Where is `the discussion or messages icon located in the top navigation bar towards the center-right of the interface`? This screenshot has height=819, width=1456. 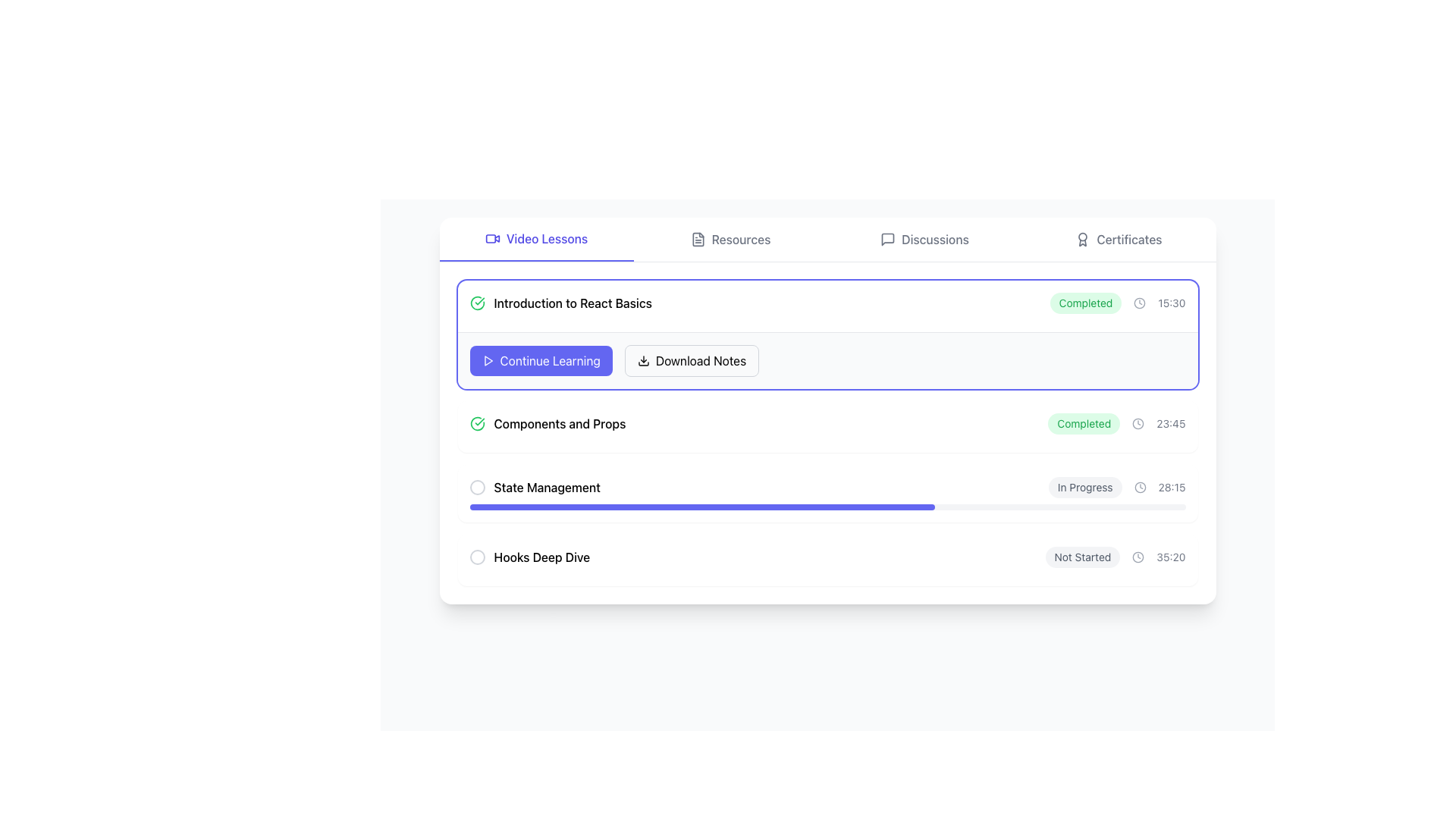 the discussion or messages icon located in the top navigation bar towards the center-right of the interface is located at coordinates (888, 239).